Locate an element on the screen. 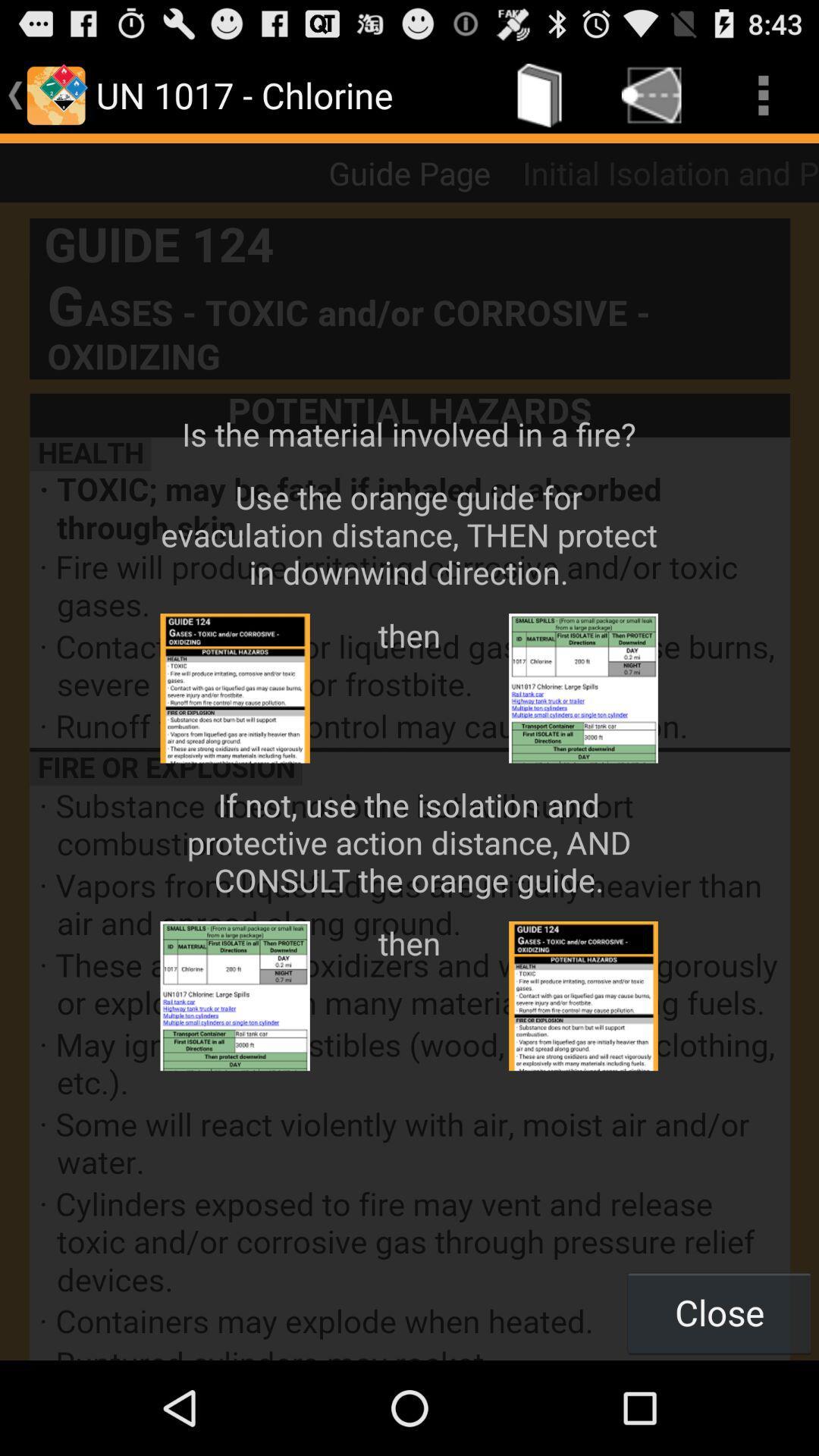 The image size is (819, 1456). icon next to un 1017 - chlorine is located at coordinates (539, 94).